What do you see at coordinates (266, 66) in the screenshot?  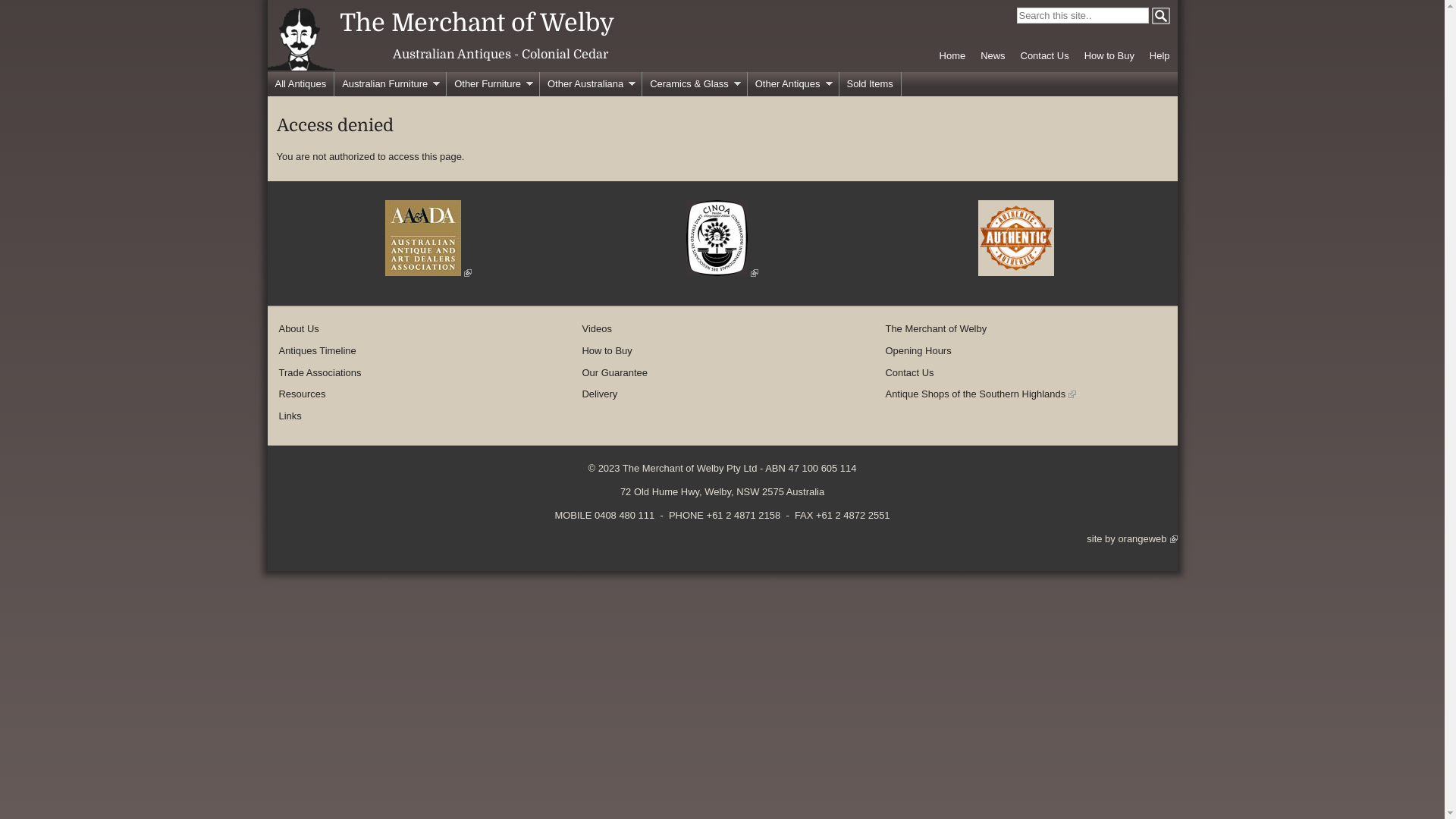 I see `'Home page'` at bounding box center [266, 66].